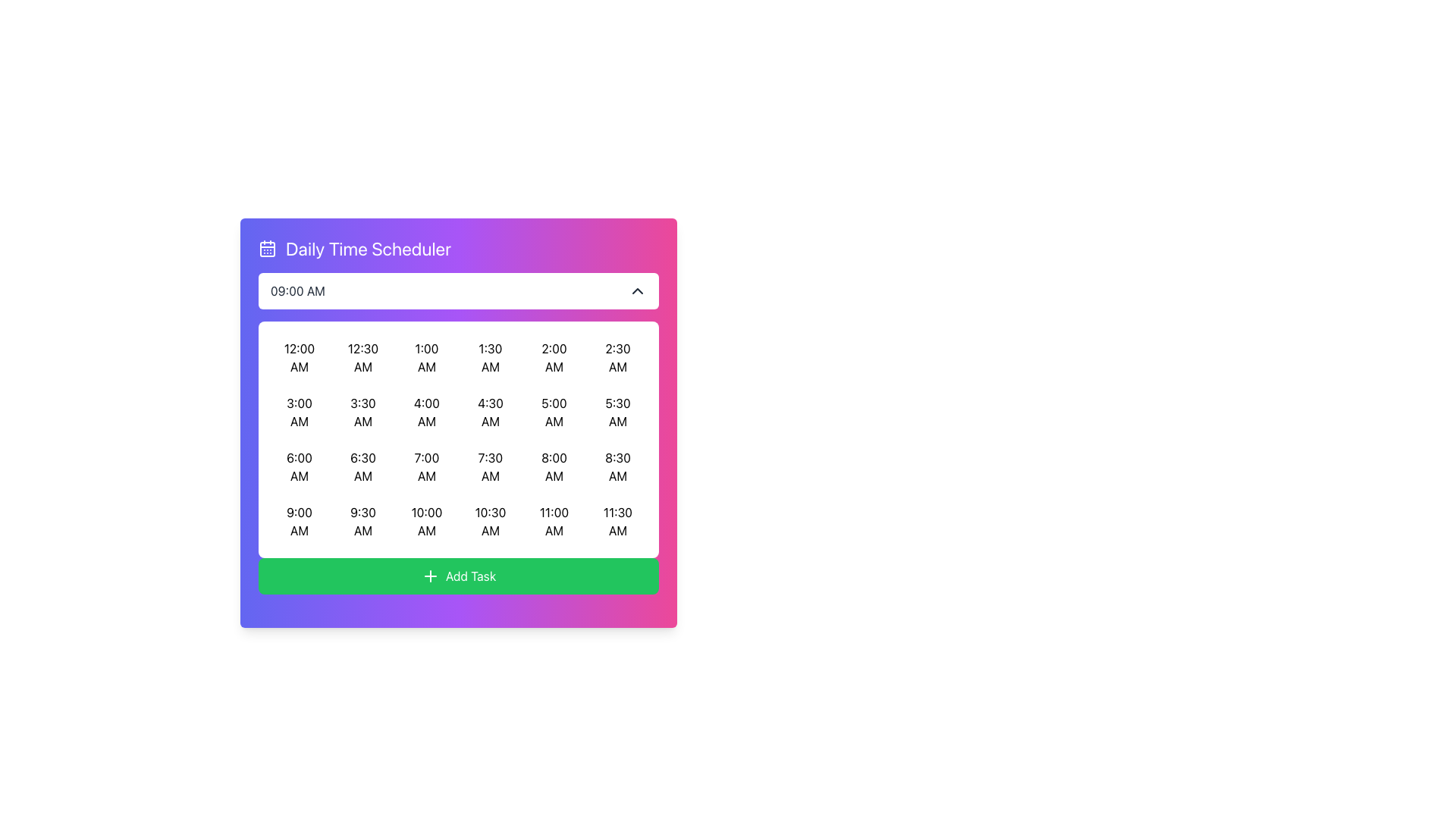 Image resolution: width=1456 pixels, height=819 pixels. I want to click on the button displaying '2:30 AM' to visualize the hover effect, located in the first row and sixth column of the time slots grid, so click(618, 357).